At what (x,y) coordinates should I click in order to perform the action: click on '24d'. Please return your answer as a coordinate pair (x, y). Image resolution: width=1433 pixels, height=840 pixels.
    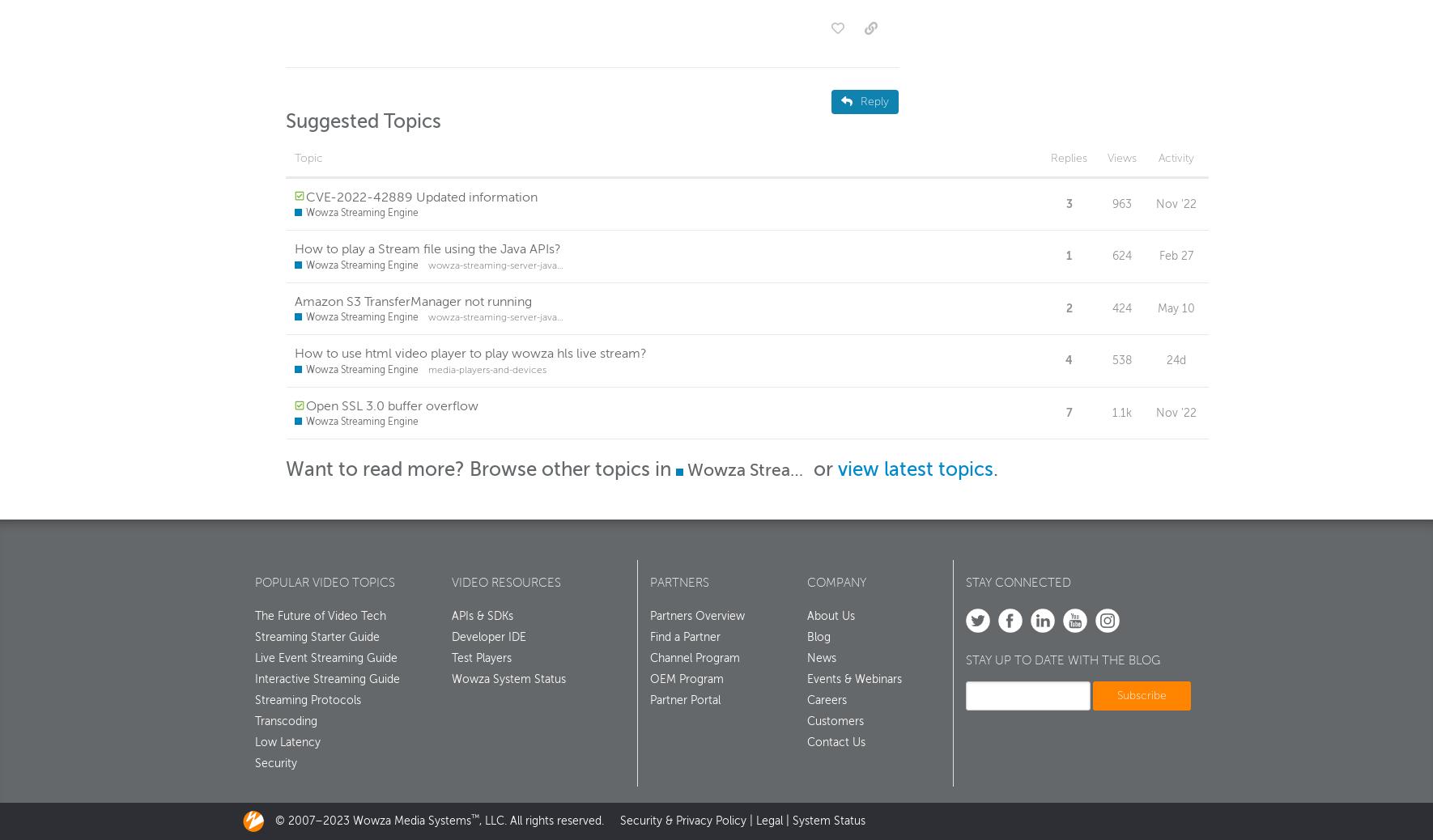
    Looking at the image, I should click on (1176, 364).